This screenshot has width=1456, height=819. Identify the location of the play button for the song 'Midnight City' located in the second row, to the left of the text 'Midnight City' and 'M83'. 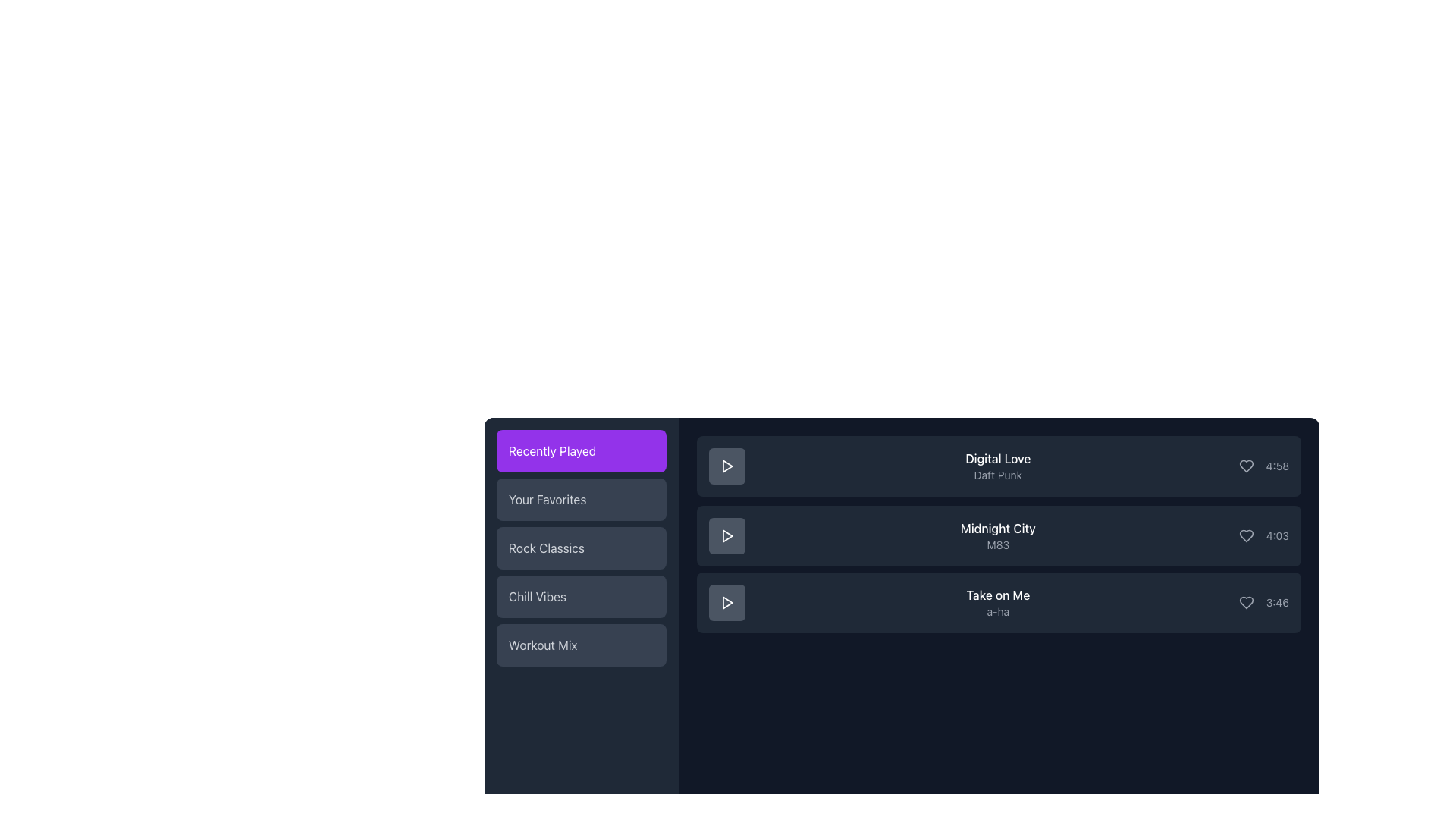
(726, 535).